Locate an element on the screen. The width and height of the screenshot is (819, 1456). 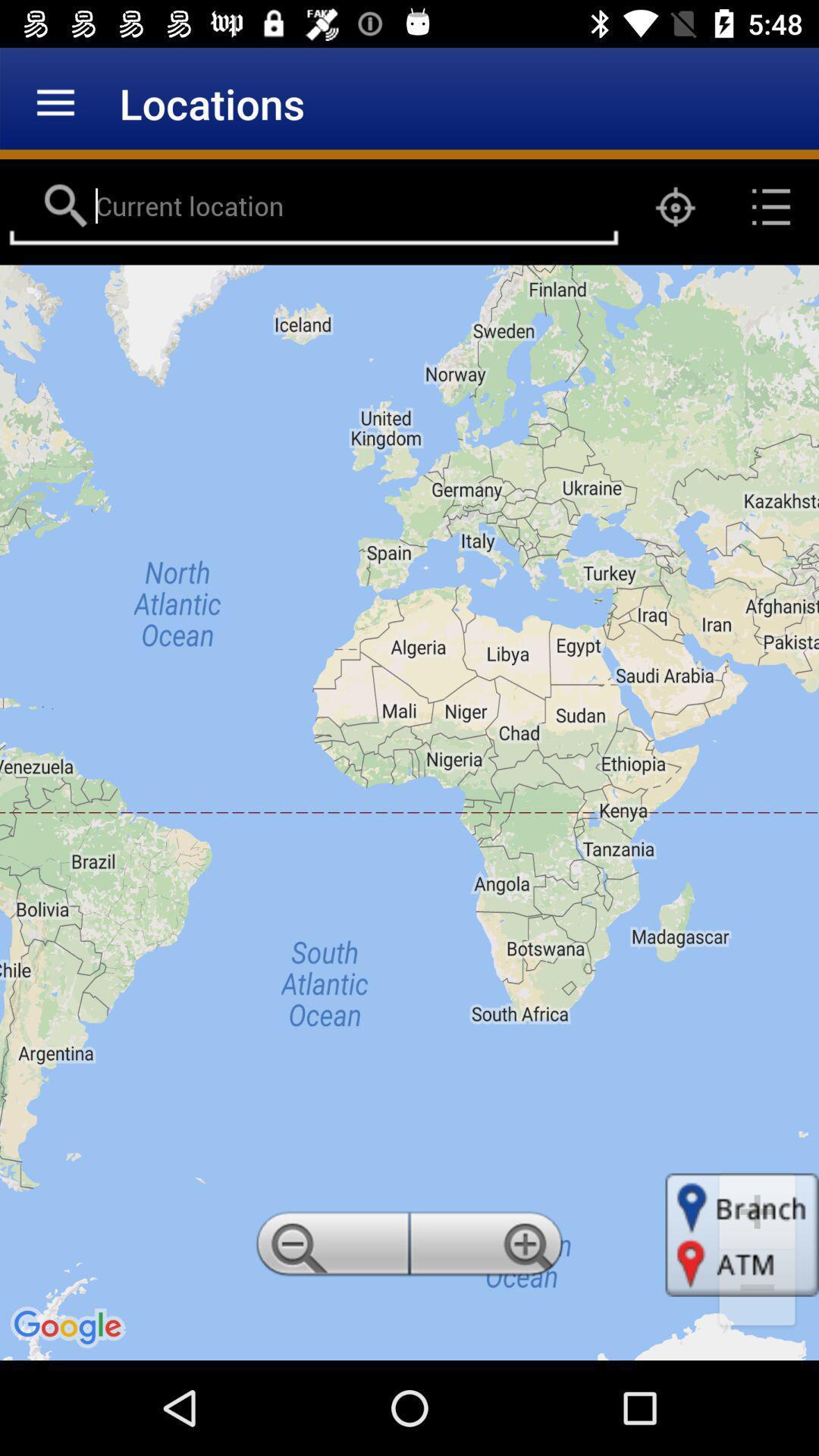
the location_crosshair icon is located at coordinates (675, 206).